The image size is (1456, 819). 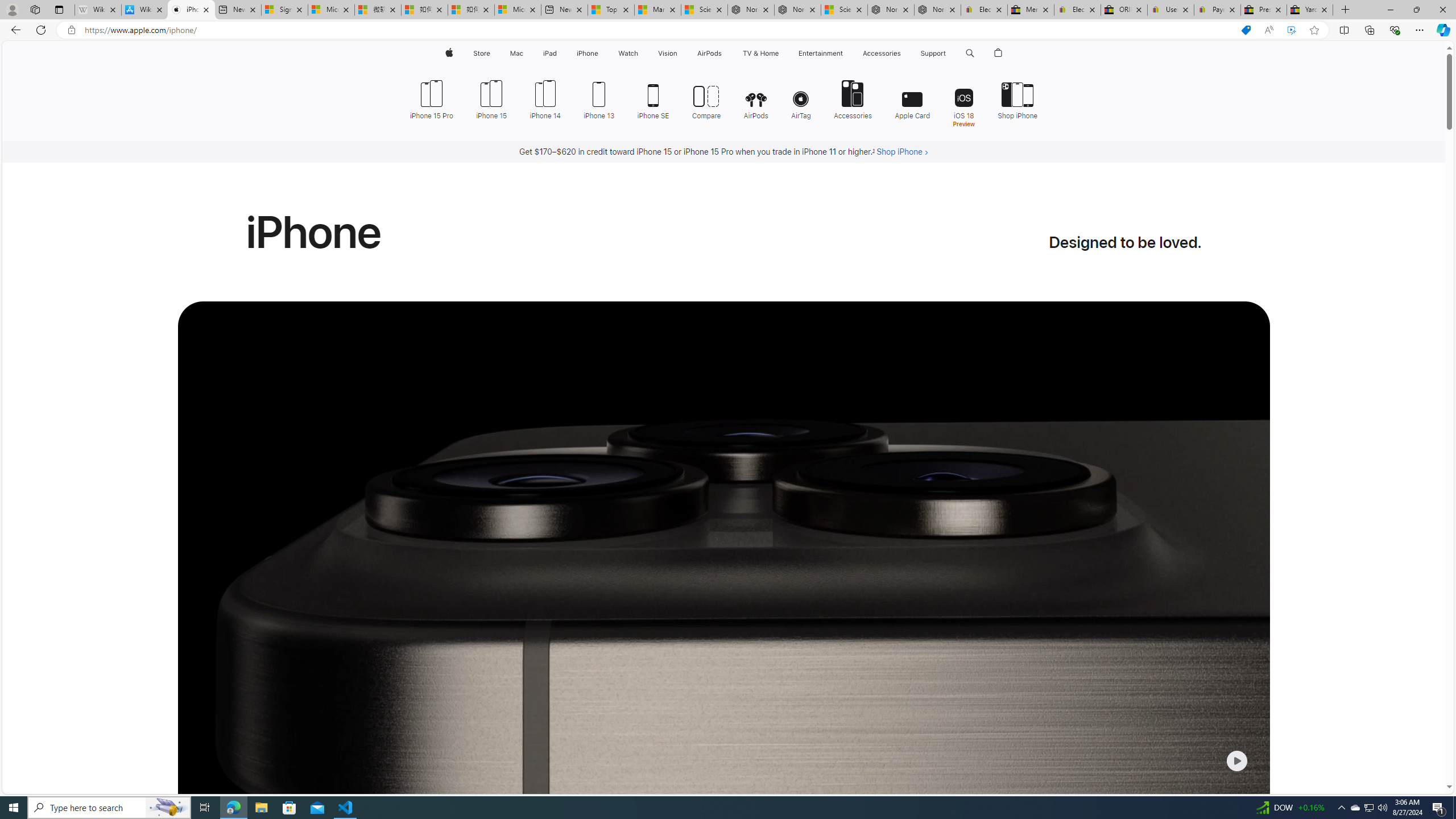 What do you see at coordinates (517, 9) in the screenshot?
I see `'Microsoft account | Account Checkup'` at bounding box center [517, 9].